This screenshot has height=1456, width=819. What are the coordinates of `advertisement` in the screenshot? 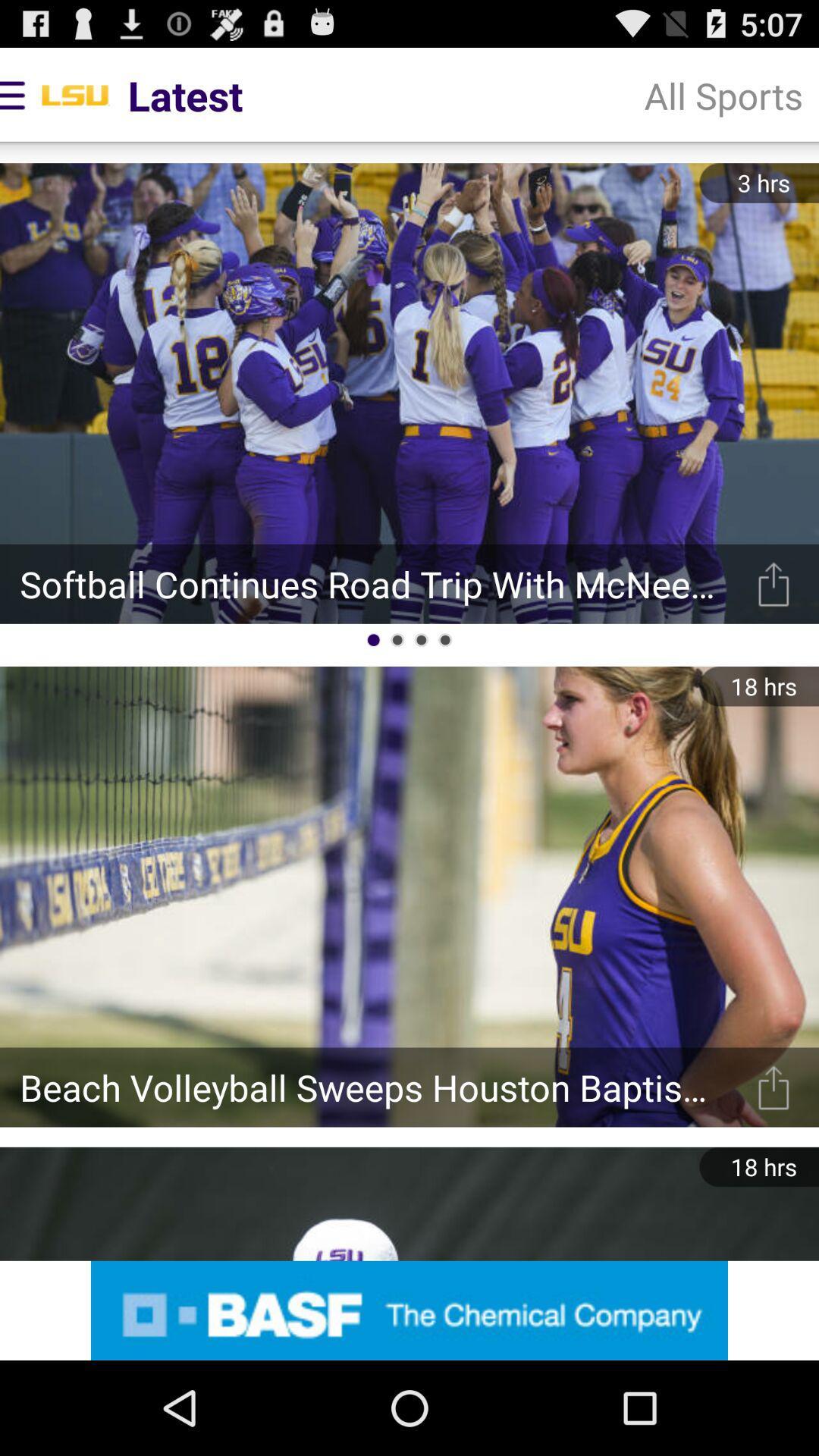 It's located at (409, 1310).